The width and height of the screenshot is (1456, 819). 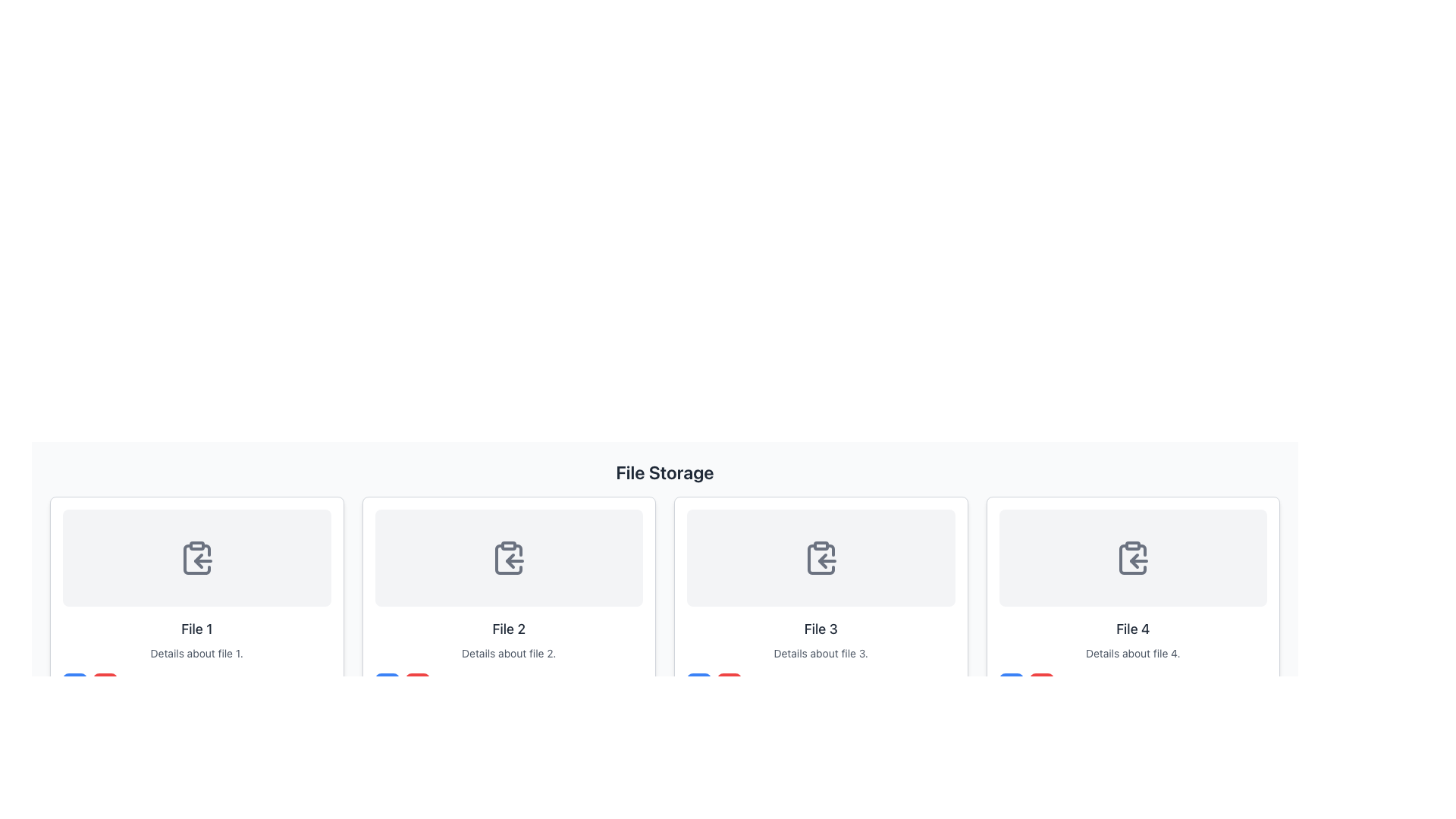 What do you see at coordinates (729, 685) in the screenshot?
I see `the delete button for 'File 3' to trigger the hover effect` at bounding box center [729, 685].